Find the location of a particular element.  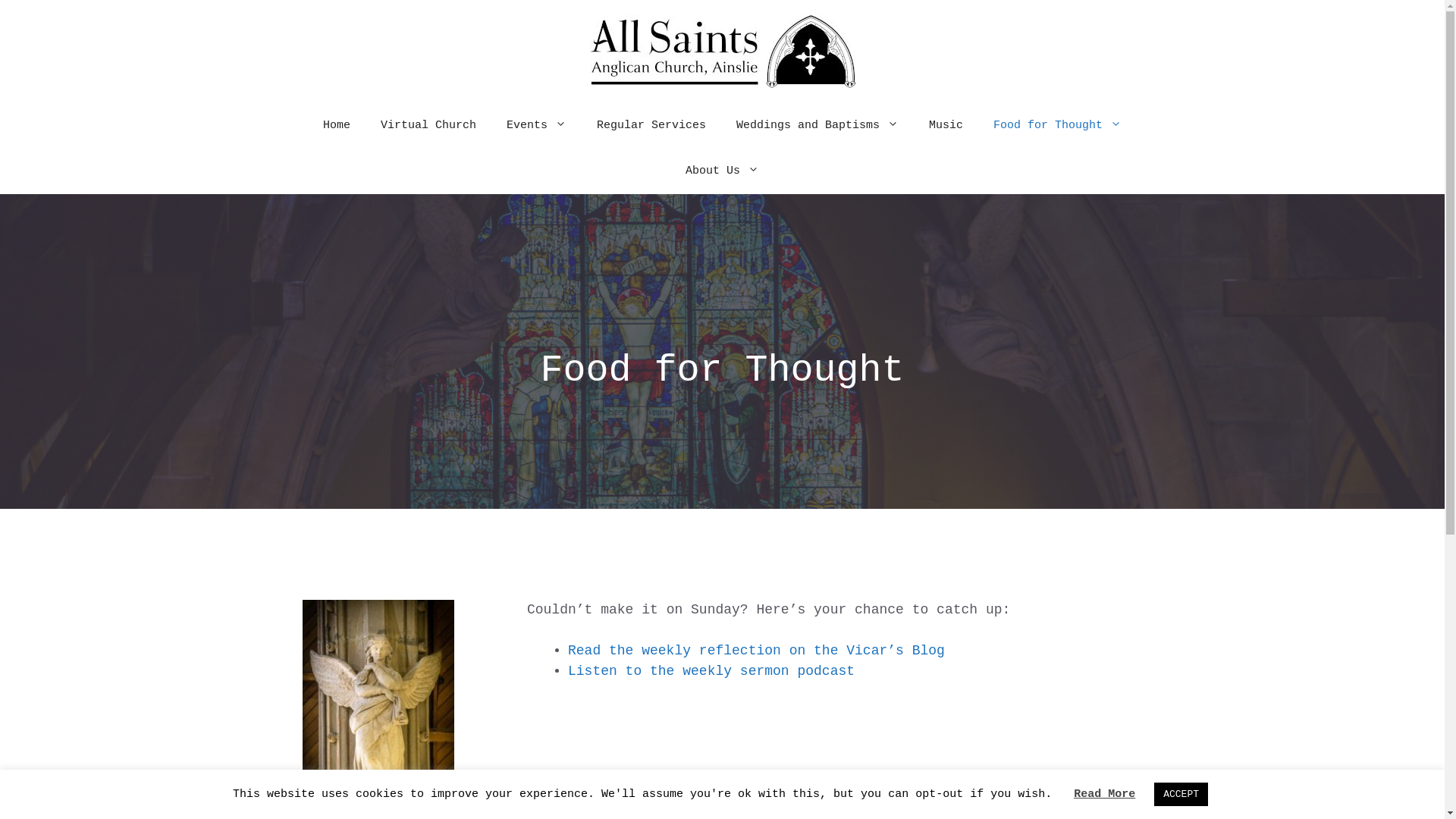

'Food for Thought' is located at coordinates (1056, 124).